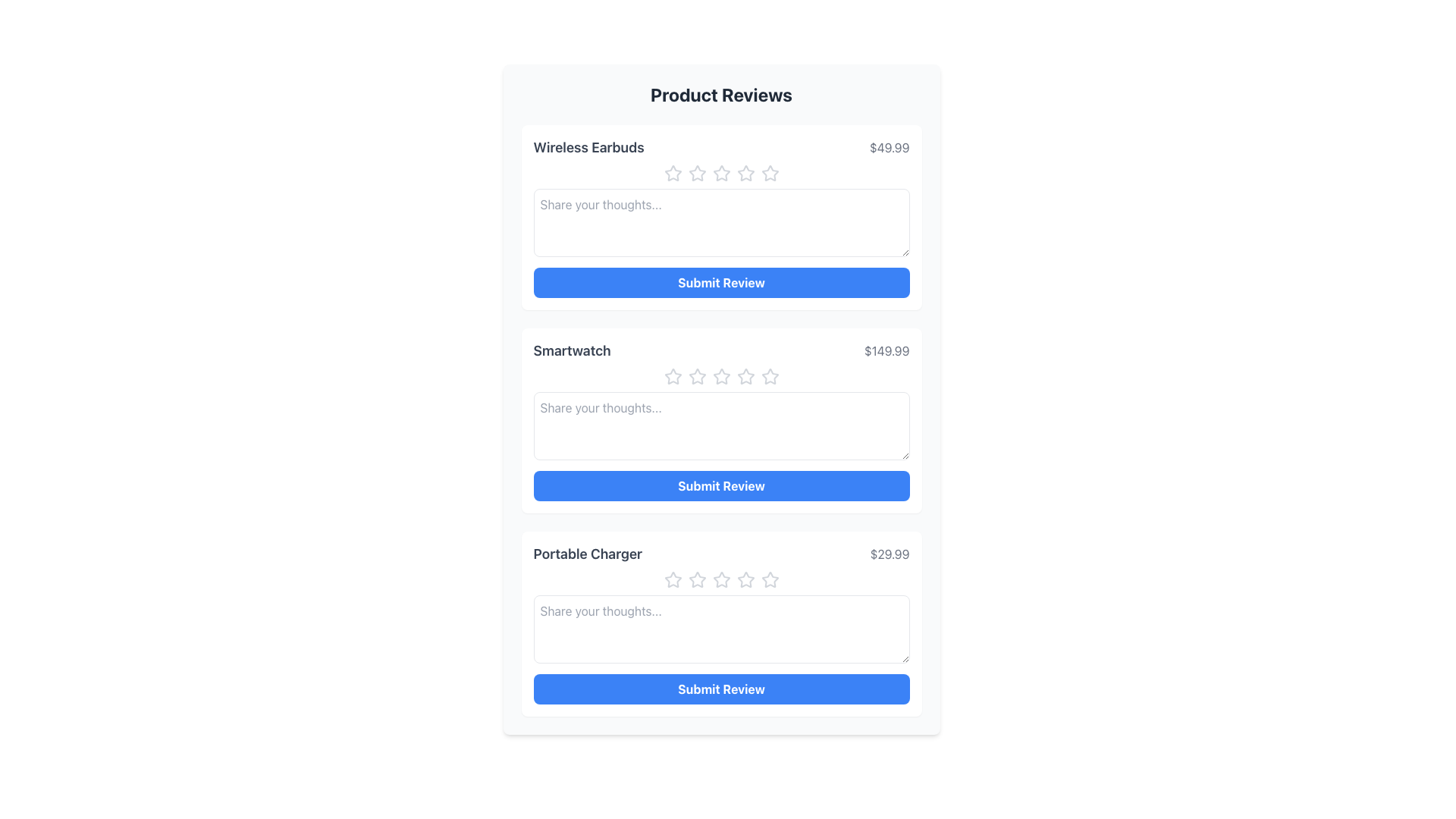 This screenshot has width=1456, height=819. What do you see at coordinates (745, 375) in the screenshot?
I see `the third star icon in the rating system under the title 'Smartwatch'` at bounding box center [745, 375].